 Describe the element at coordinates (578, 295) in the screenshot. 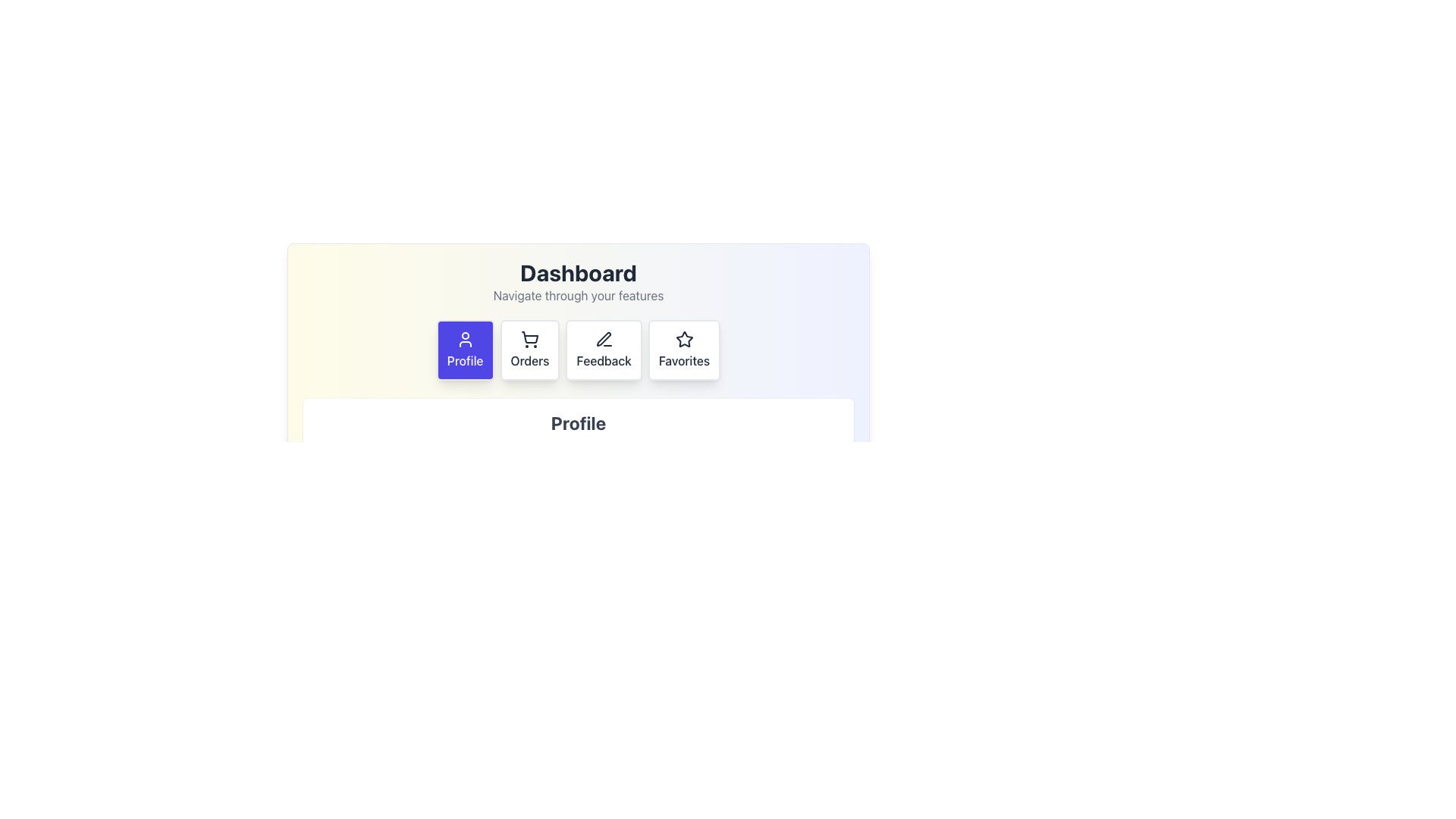

I see `the text label that contains the phrase 'Navigate through your features', which is styled with a medium gray font color and positioned directly beneath the 'Dashboard' heading` at that location.